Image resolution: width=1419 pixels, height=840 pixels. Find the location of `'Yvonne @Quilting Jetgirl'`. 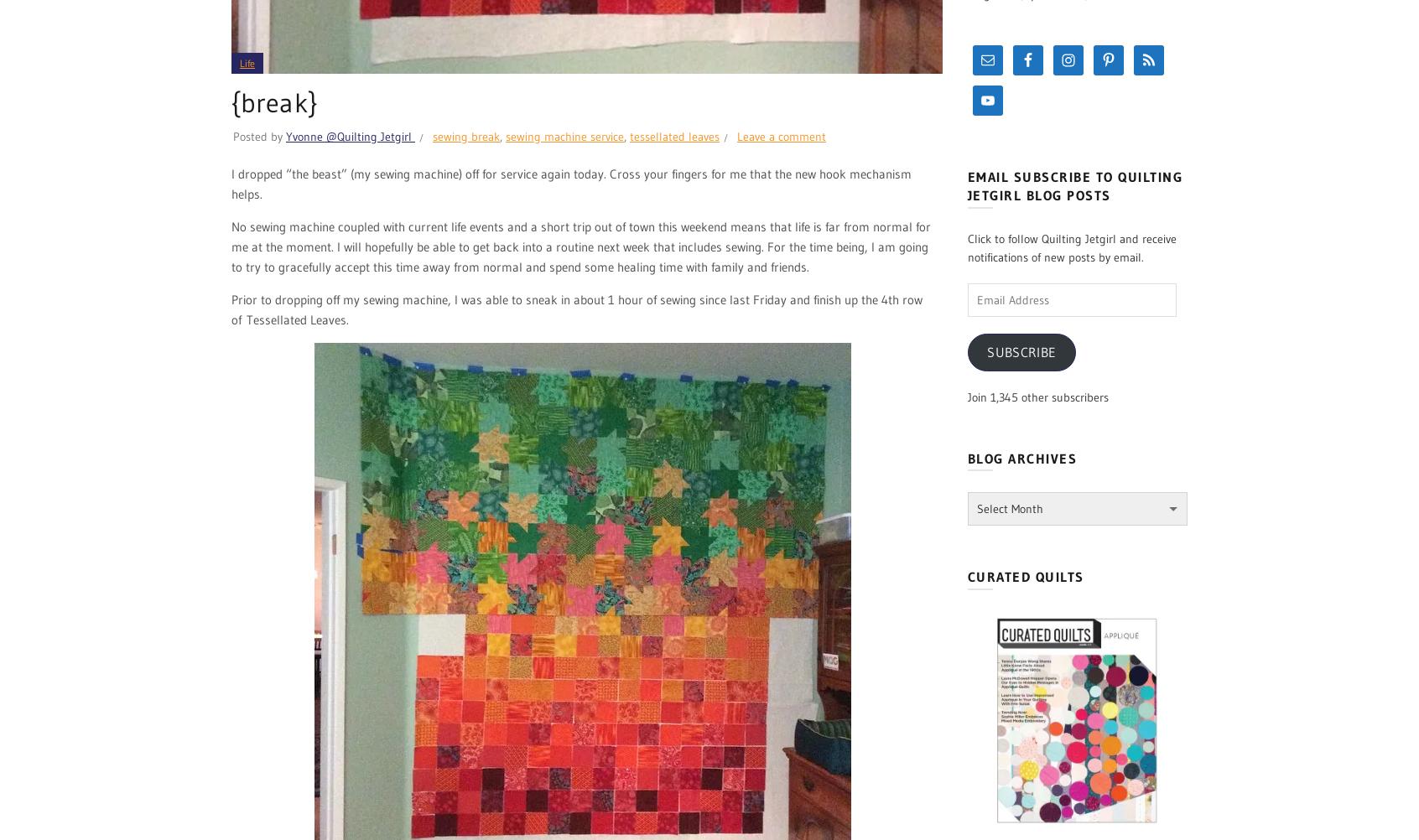

'Yvonne @Quilting Jetgirl' is located at coordinates (349, 136).